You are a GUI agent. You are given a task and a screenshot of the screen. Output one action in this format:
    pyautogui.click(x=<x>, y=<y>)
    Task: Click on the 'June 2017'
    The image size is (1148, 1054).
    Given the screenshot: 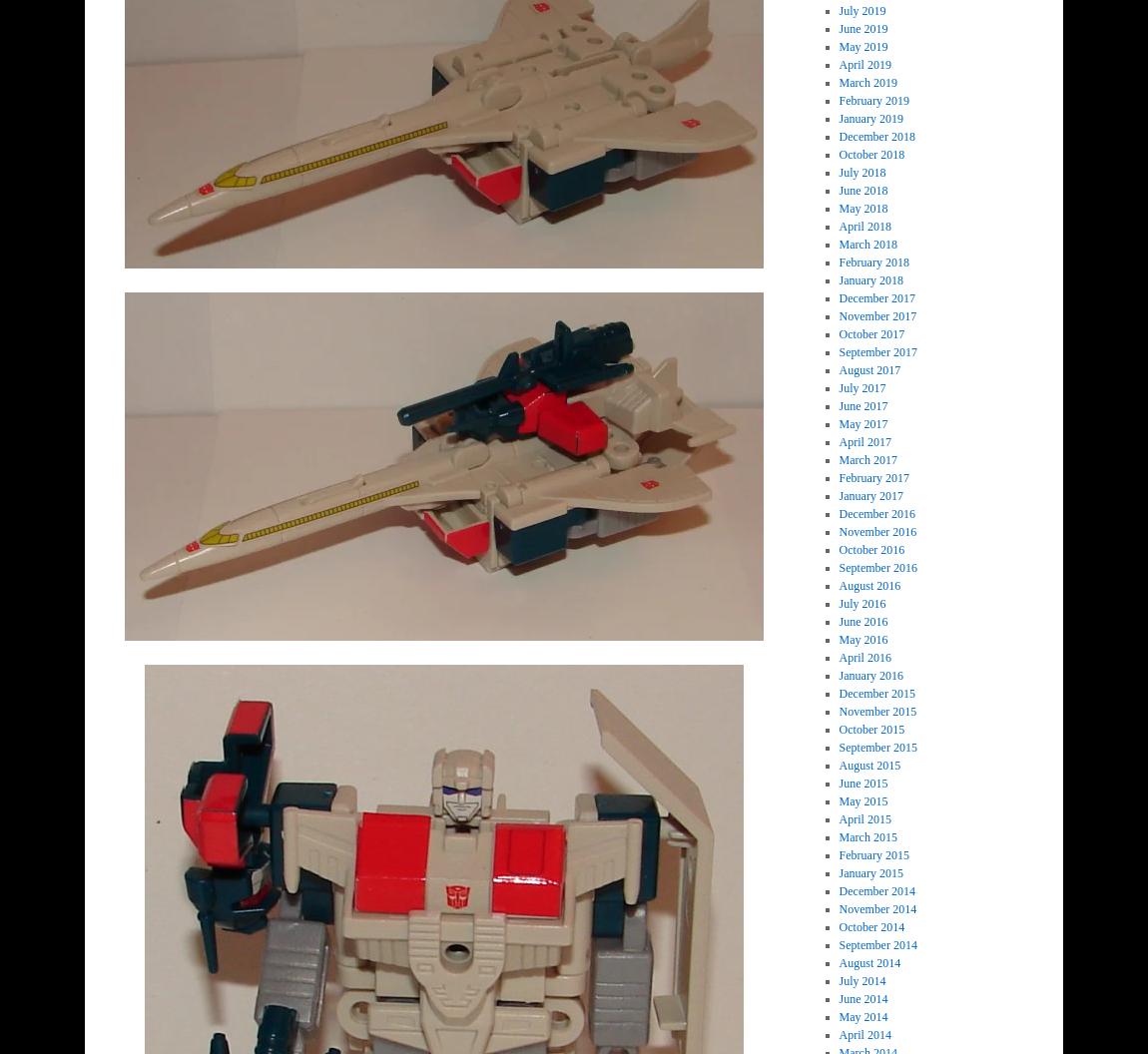 What is the action you would take?
    pyautogui.click(x=837, y=405)
    